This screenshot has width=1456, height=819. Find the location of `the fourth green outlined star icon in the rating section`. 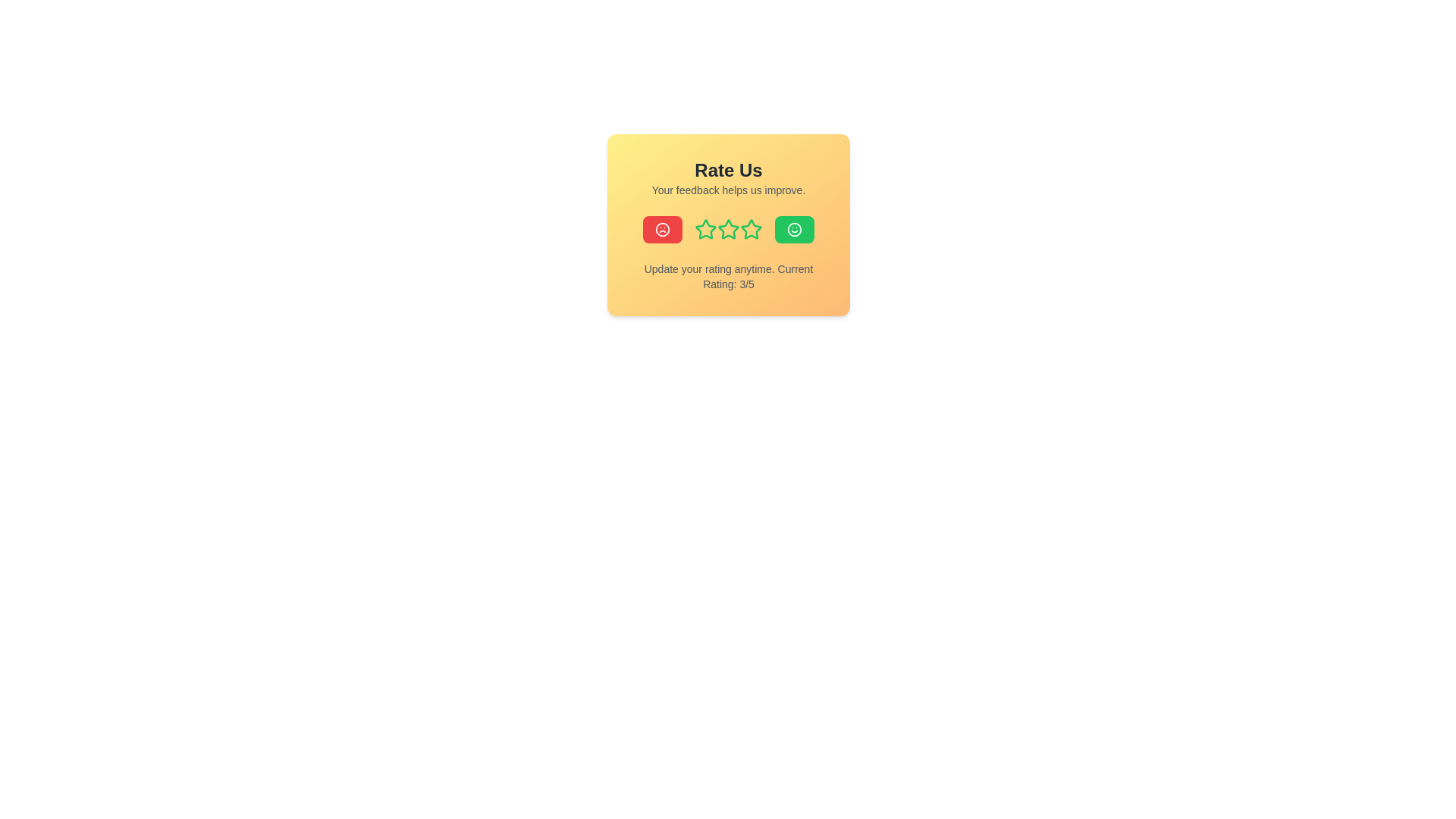

the fourth green outlined star icon in the rating section is located at coordinates (751, 230).